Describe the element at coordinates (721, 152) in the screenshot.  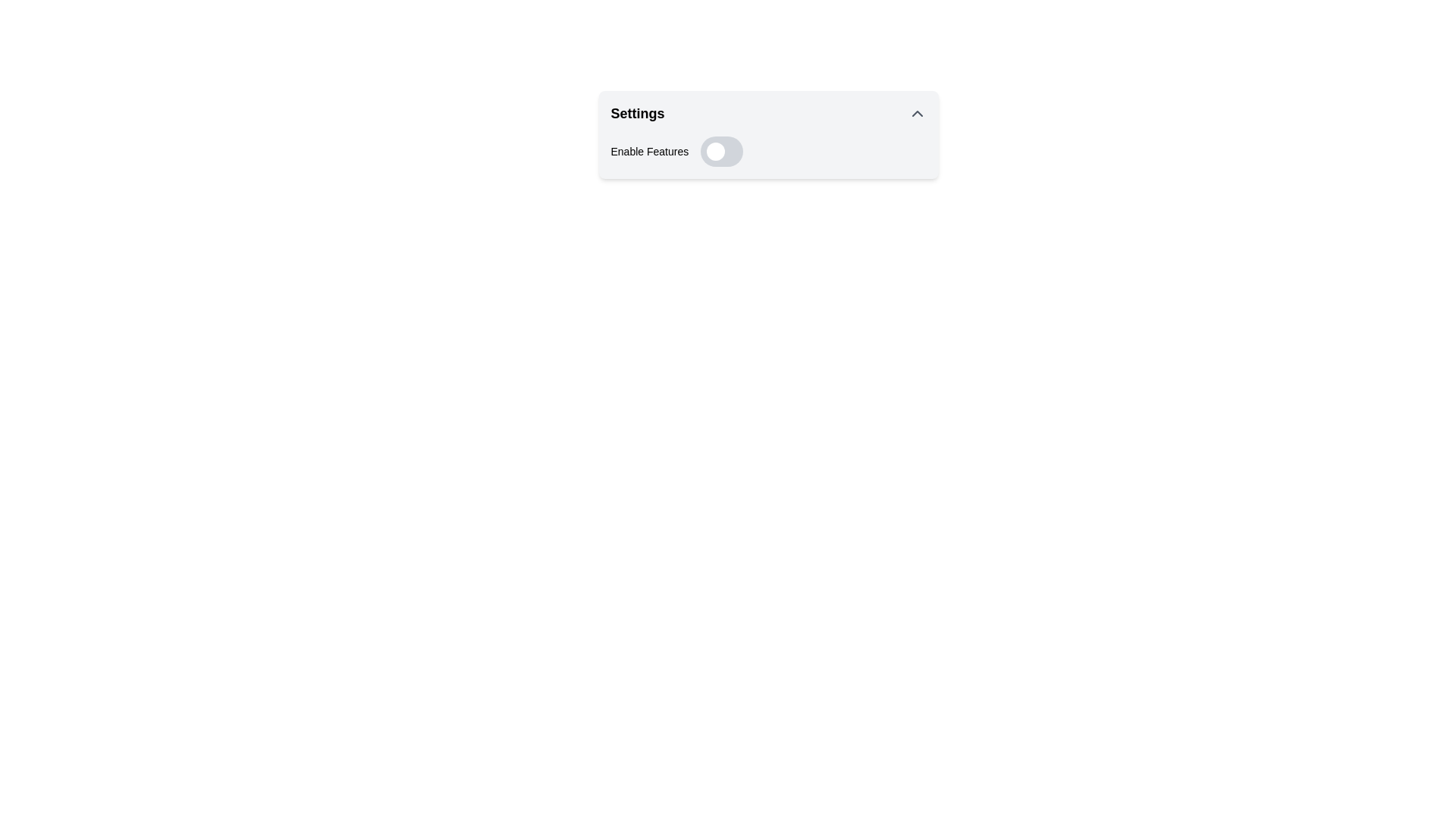
I see `the toggle switch located immediately to the right of the text 'Enable Features' by` at that location.